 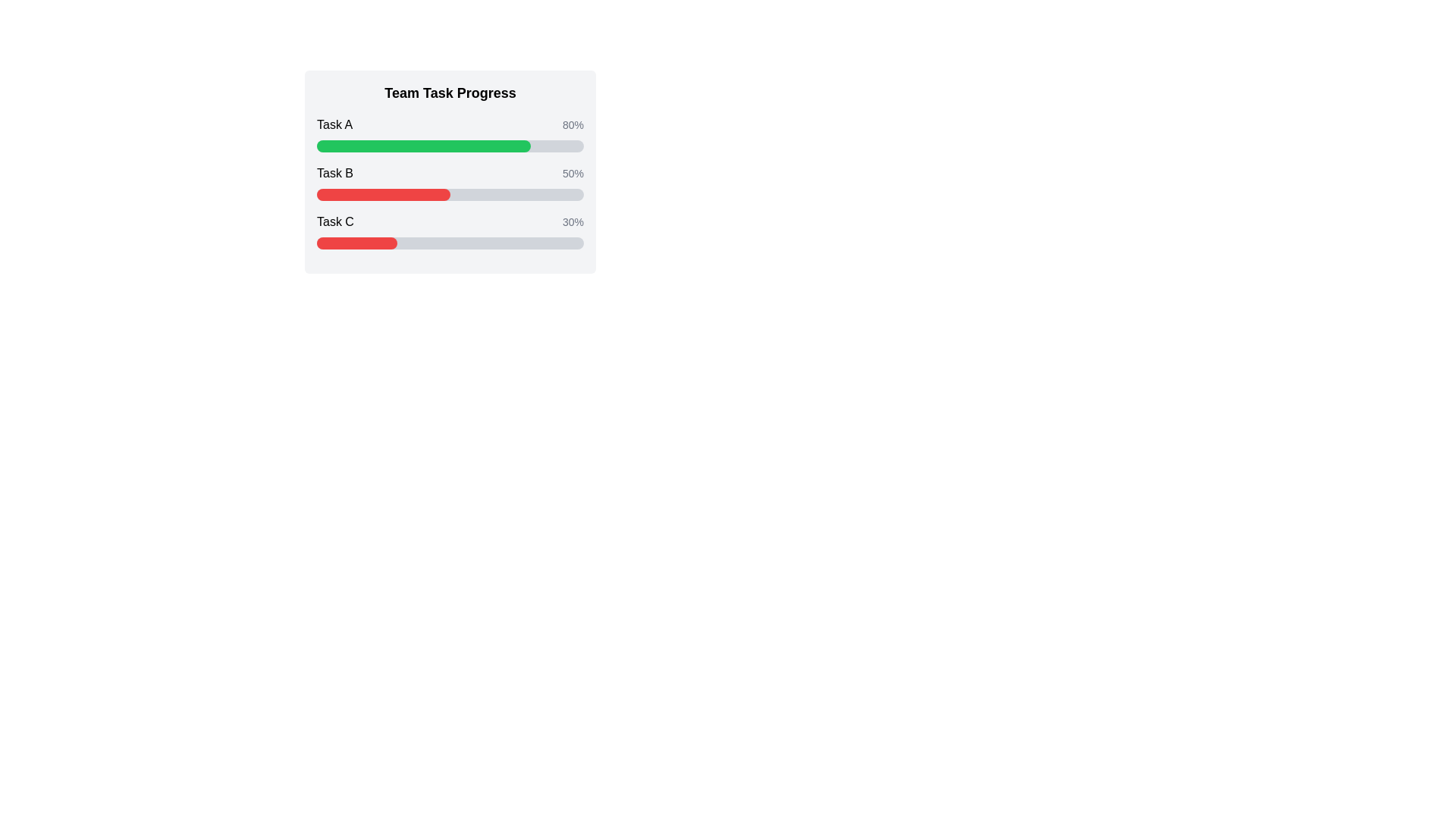 I want to click on the leftmost 30% segment of the progress bar representing 30% completion of Task C, so click(x=356, y=242).